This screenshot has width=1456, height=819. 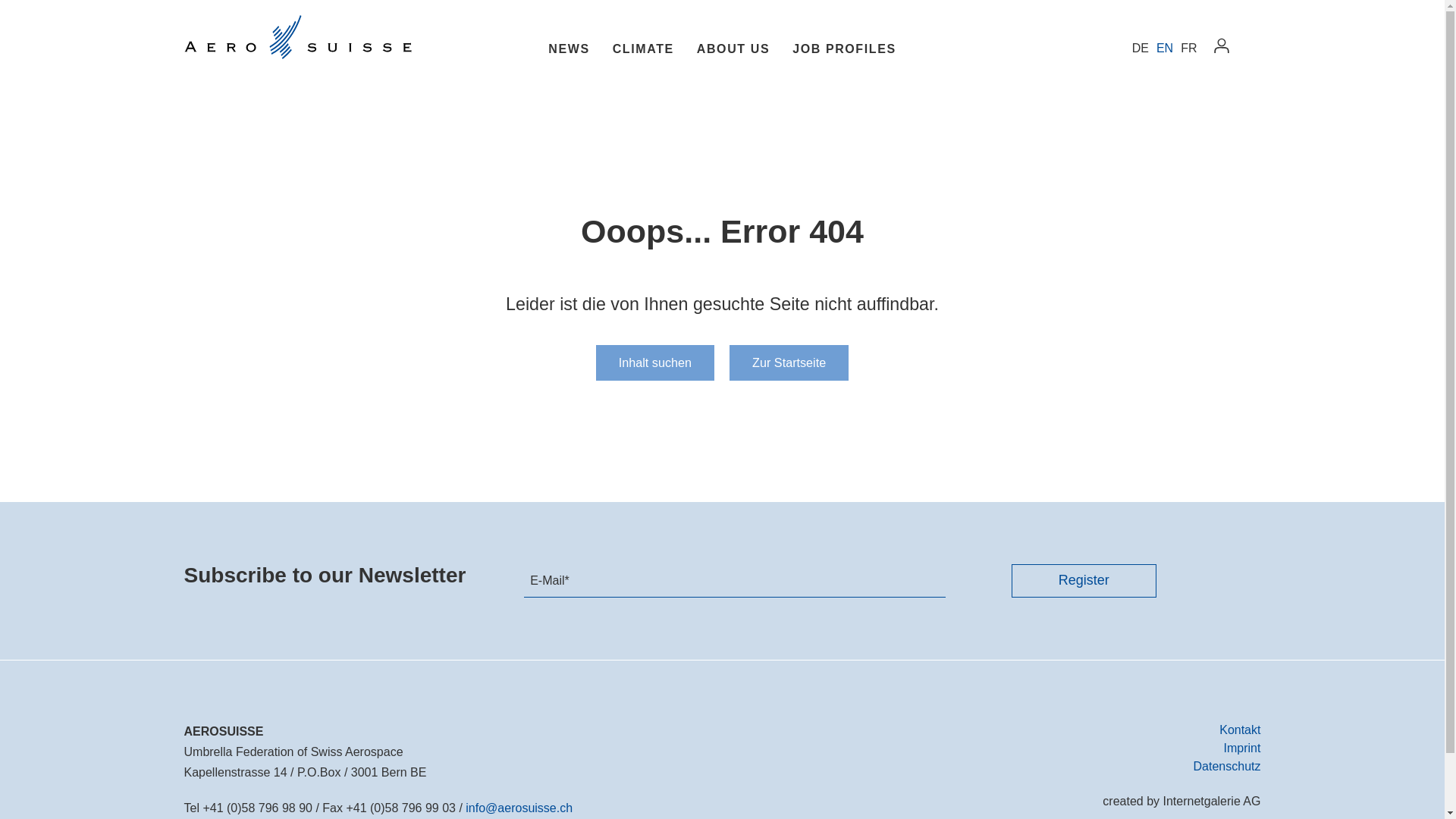 I want to click on 'Zur Startseite', so click(x=789, y=362).